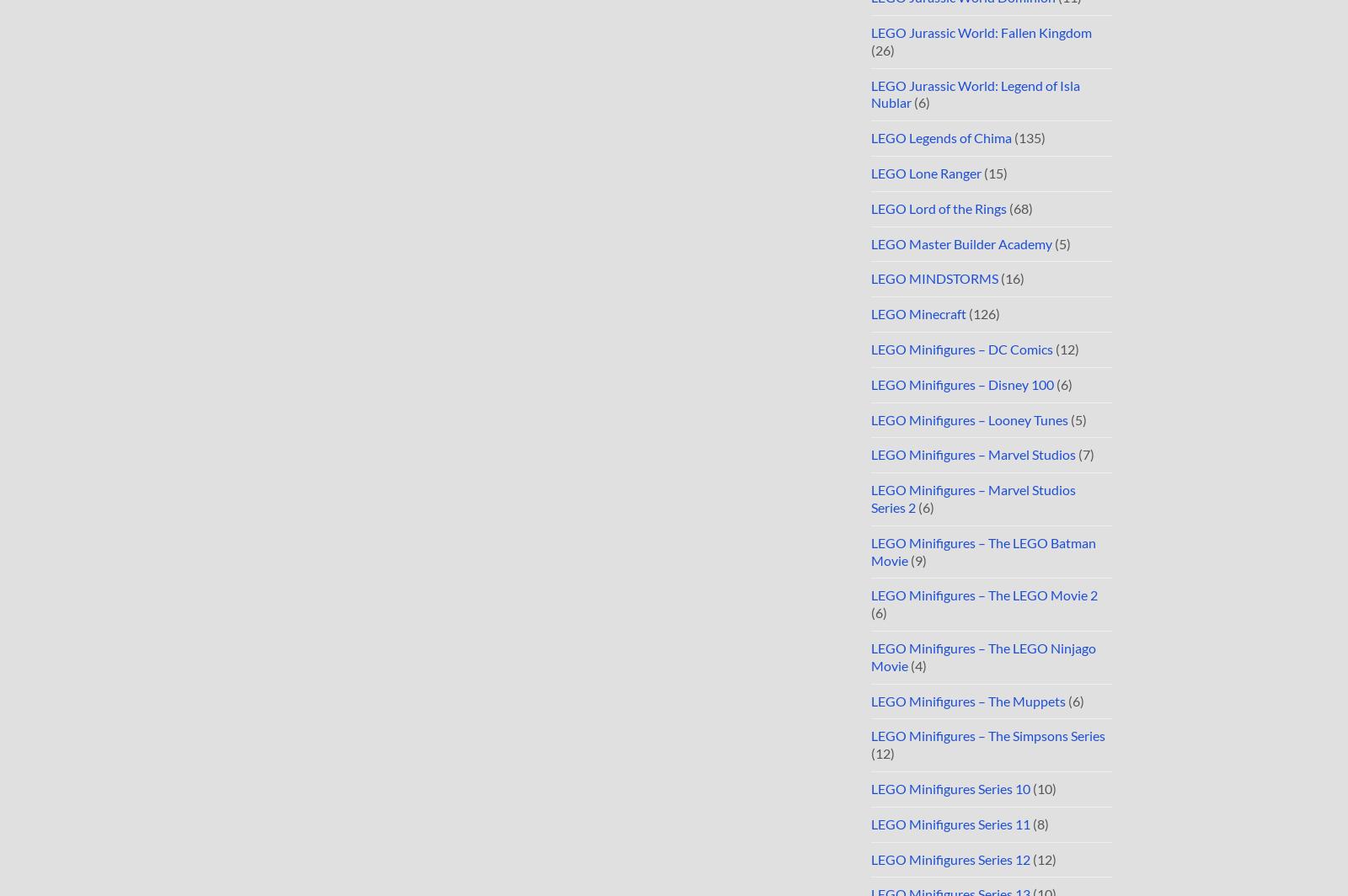 Image resolution: width=1348 pixels, height=896 pixels. I want to click on 'LEGO Legends of Chima', so click(941, 137).